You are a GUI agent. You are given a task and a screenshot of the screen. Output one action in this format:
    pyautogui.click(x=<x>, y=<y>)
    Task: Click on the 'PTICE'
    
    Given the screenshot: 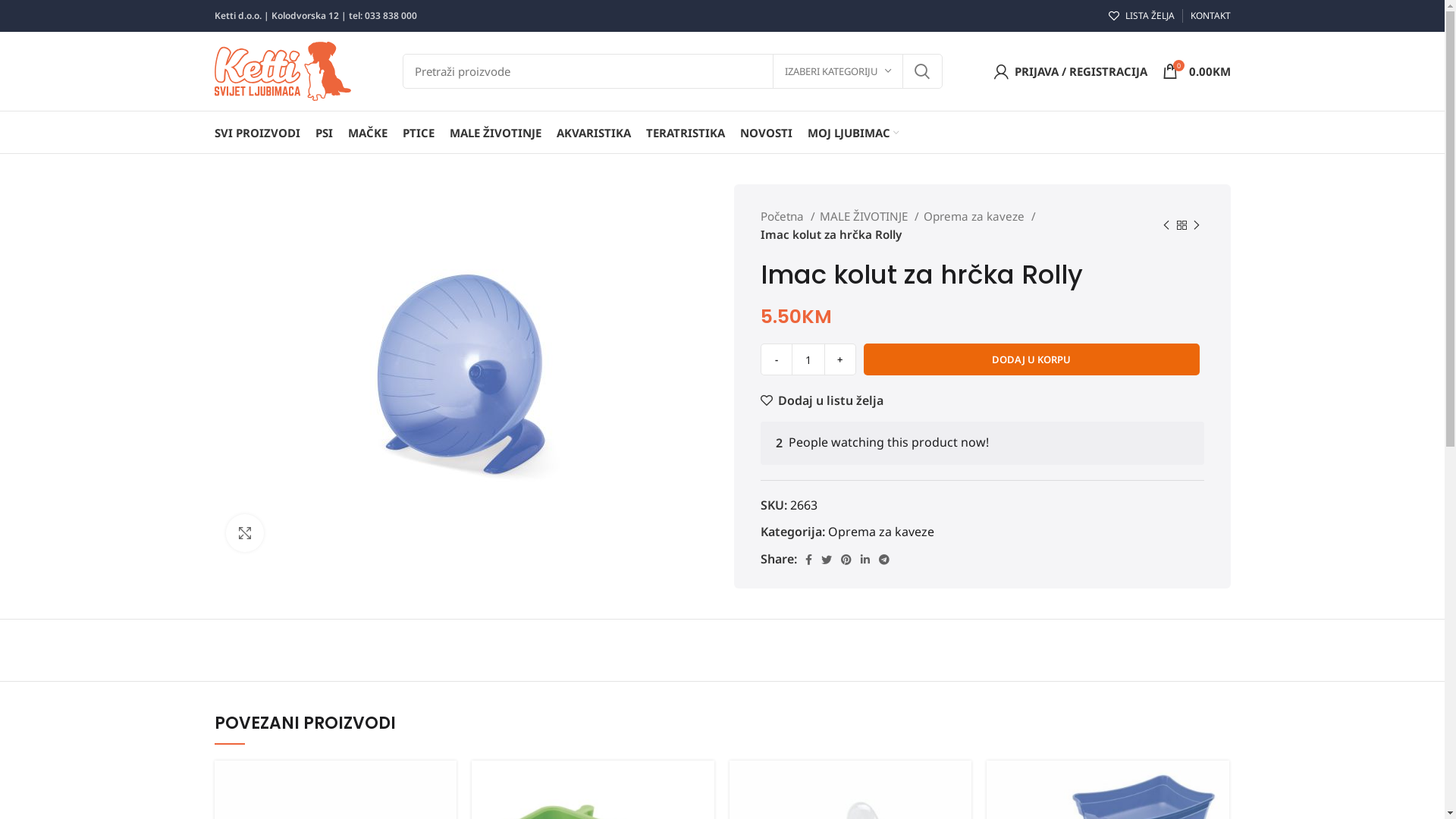 What is the action you would take?
    pyautogui.click(x=418, y=130)
    